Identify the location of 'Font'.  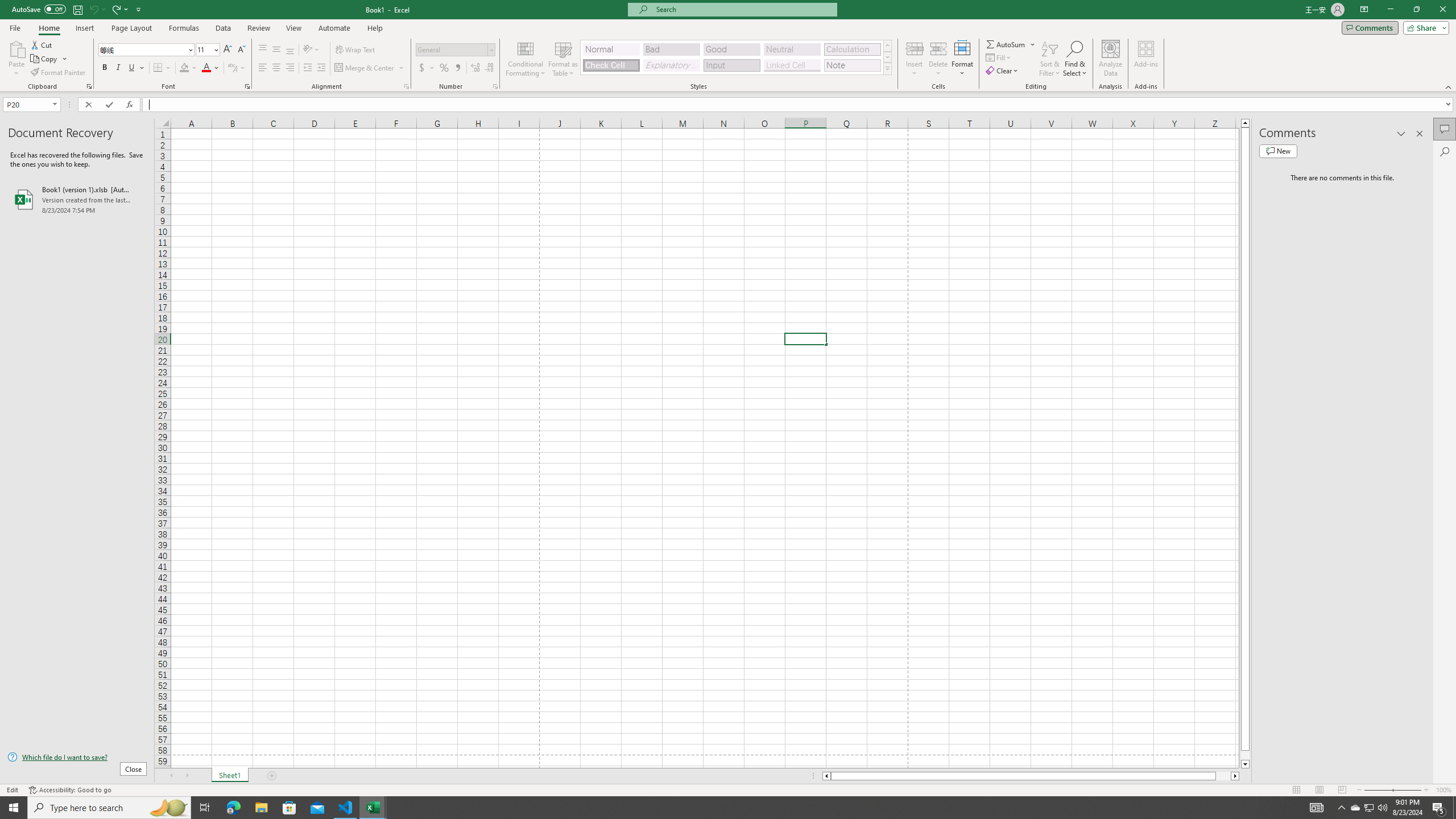
(142, 49).